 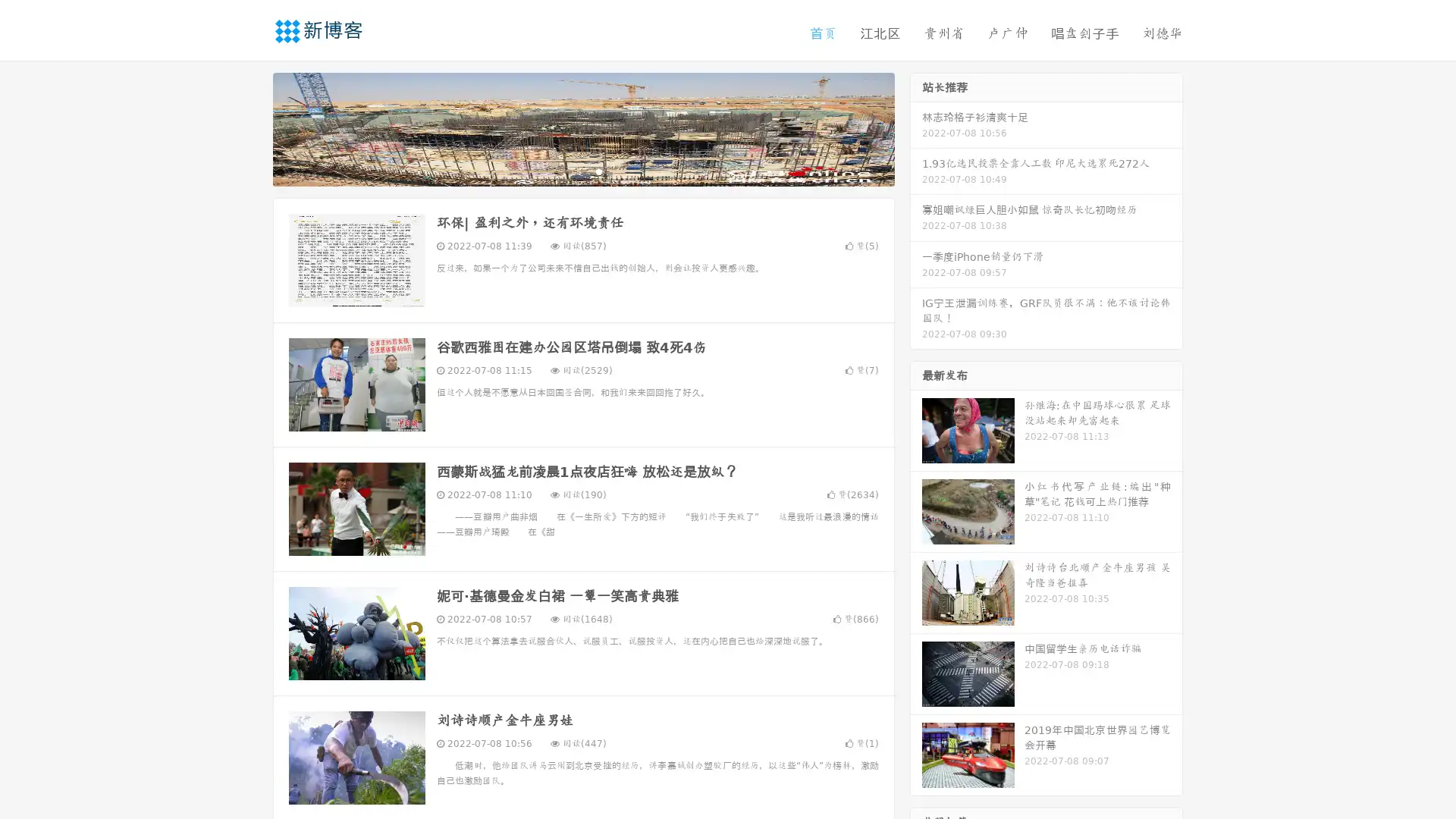 What do you see at coordinates (598, 171) in the screenshot?
I see `Go to slide 3` at bounding box center [598, 171].